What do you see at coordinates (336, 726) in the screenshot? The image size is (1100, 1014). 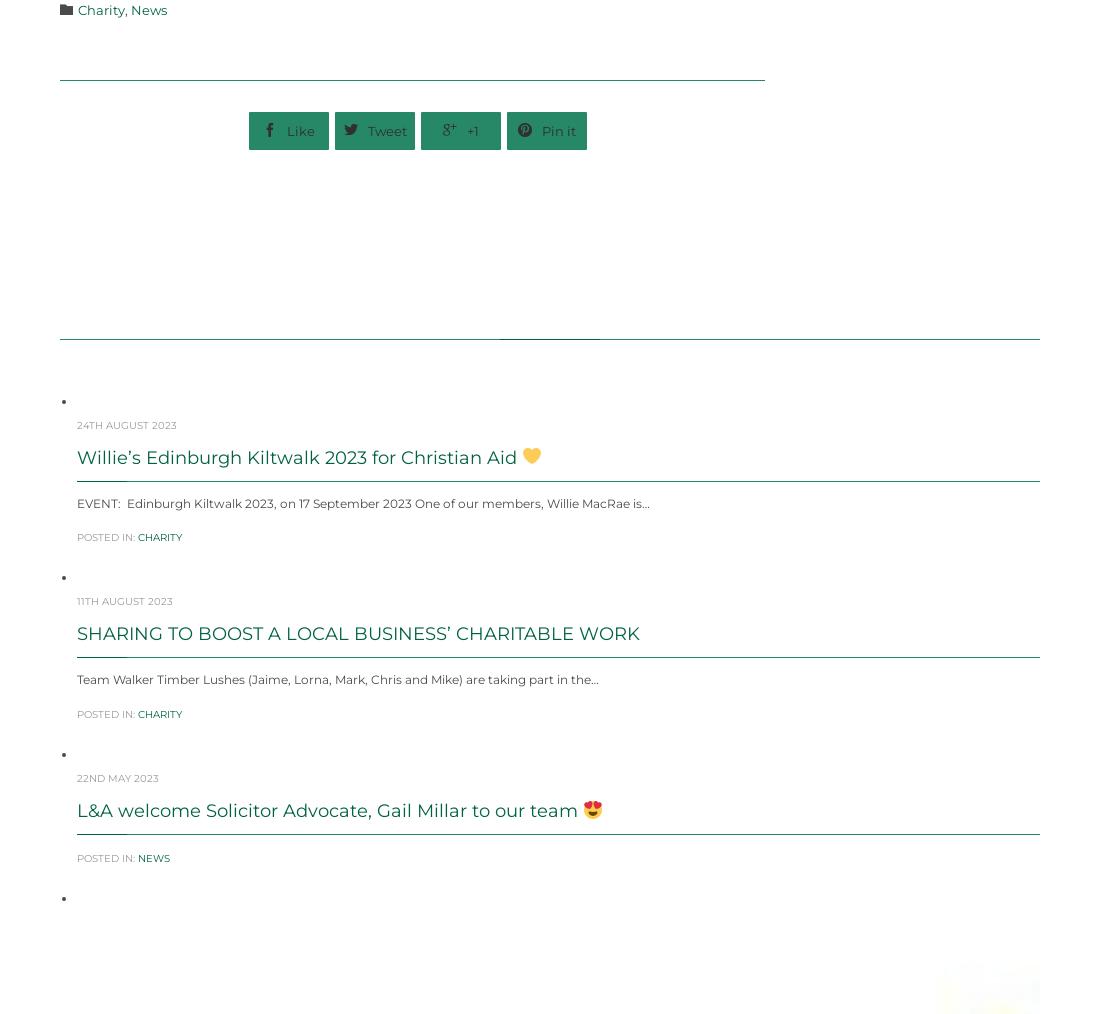 I see `'Team Walker Timber Lushes (Jaime, Lorna, Mark, Chris and Mike) are taking part in the…'` at bounding box center [336, 726].